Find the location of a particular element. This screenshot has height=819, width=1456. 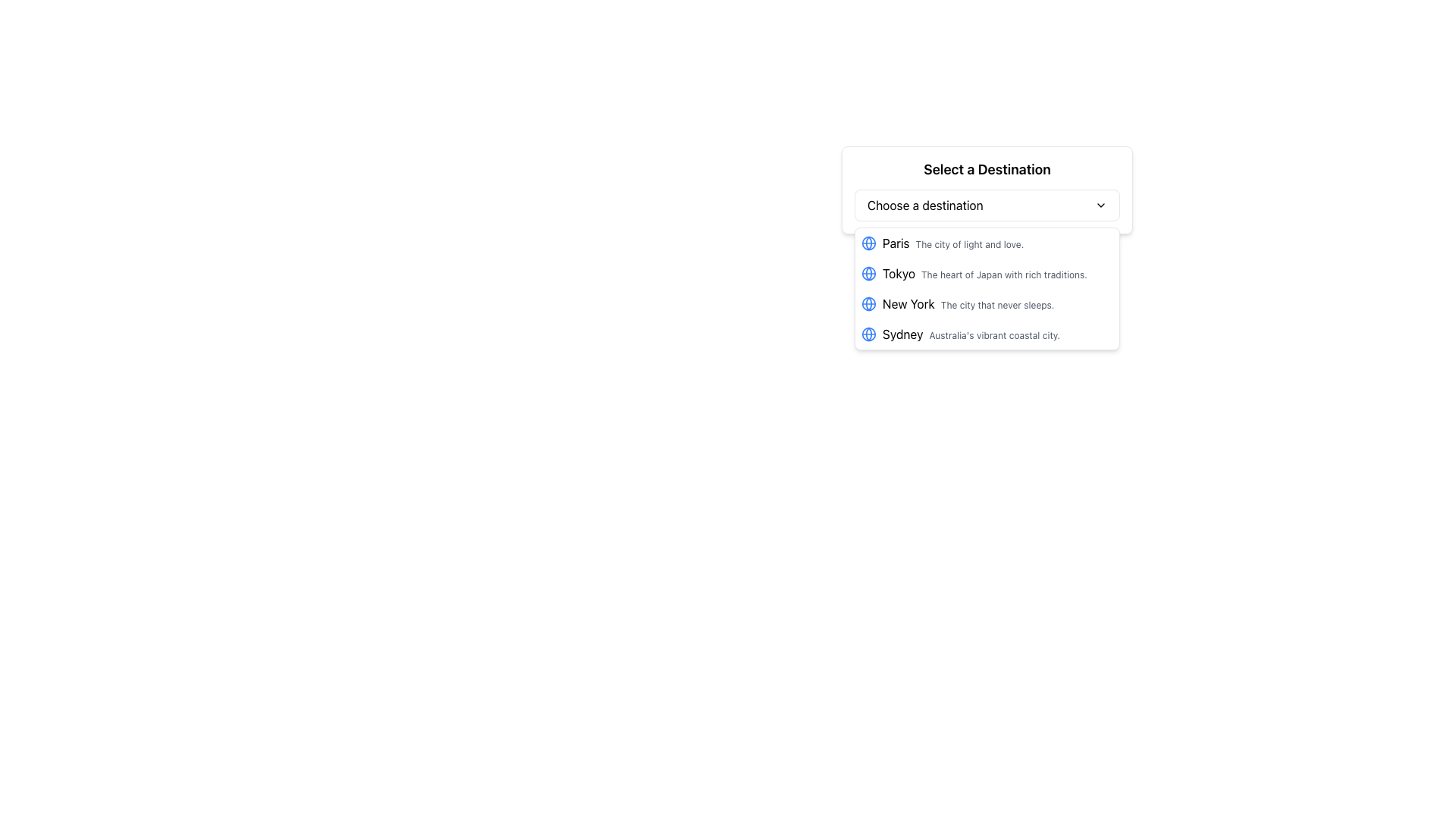

the first selectable item in the dropdown menu for the destination 'Paris' is located at coordinates (987, 242).